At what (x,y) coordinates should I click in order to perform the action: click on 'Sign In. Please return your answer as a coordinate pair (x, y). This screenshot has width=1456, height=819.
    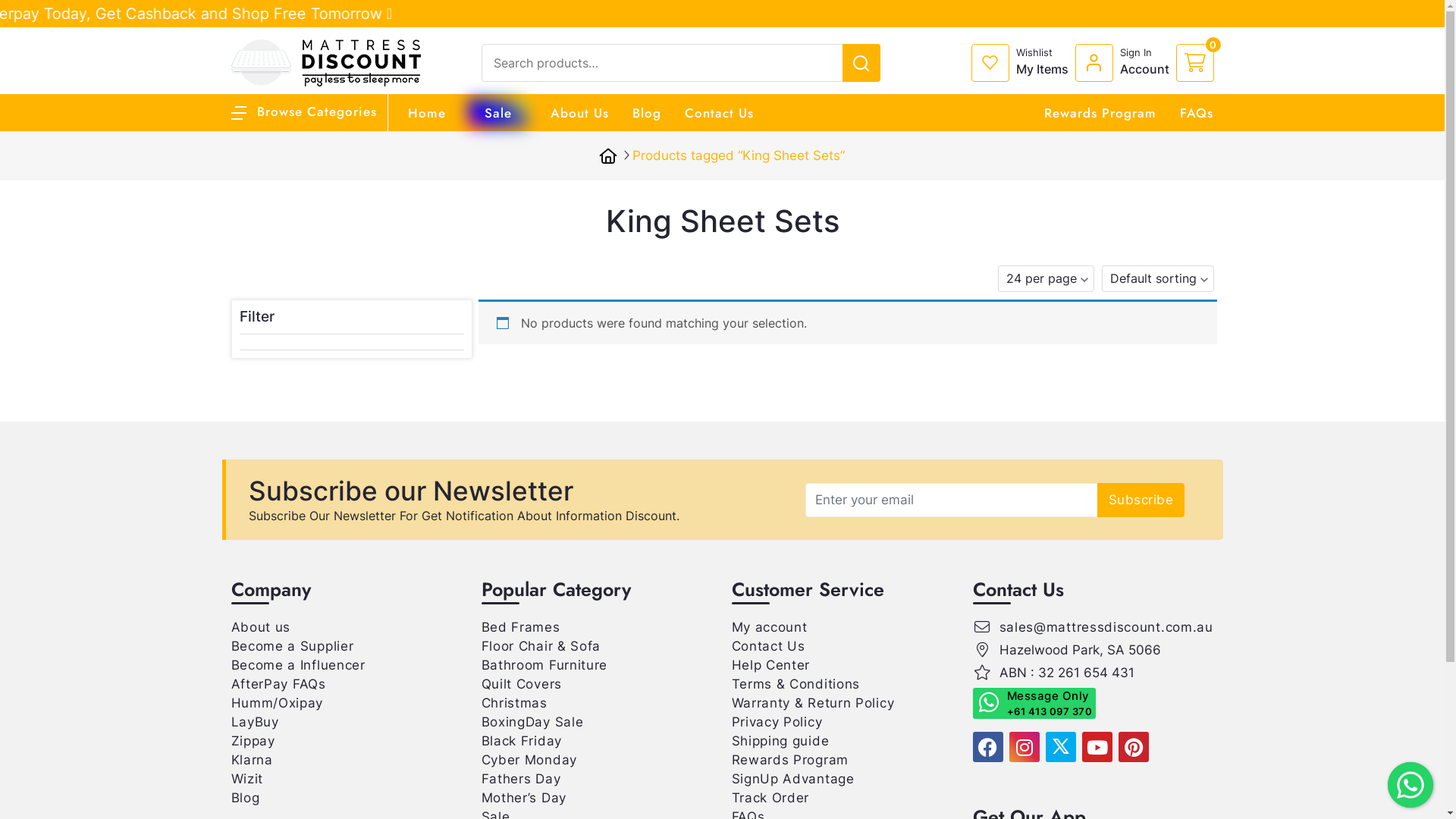
    Looking at the image, I should click on (1125, 62).